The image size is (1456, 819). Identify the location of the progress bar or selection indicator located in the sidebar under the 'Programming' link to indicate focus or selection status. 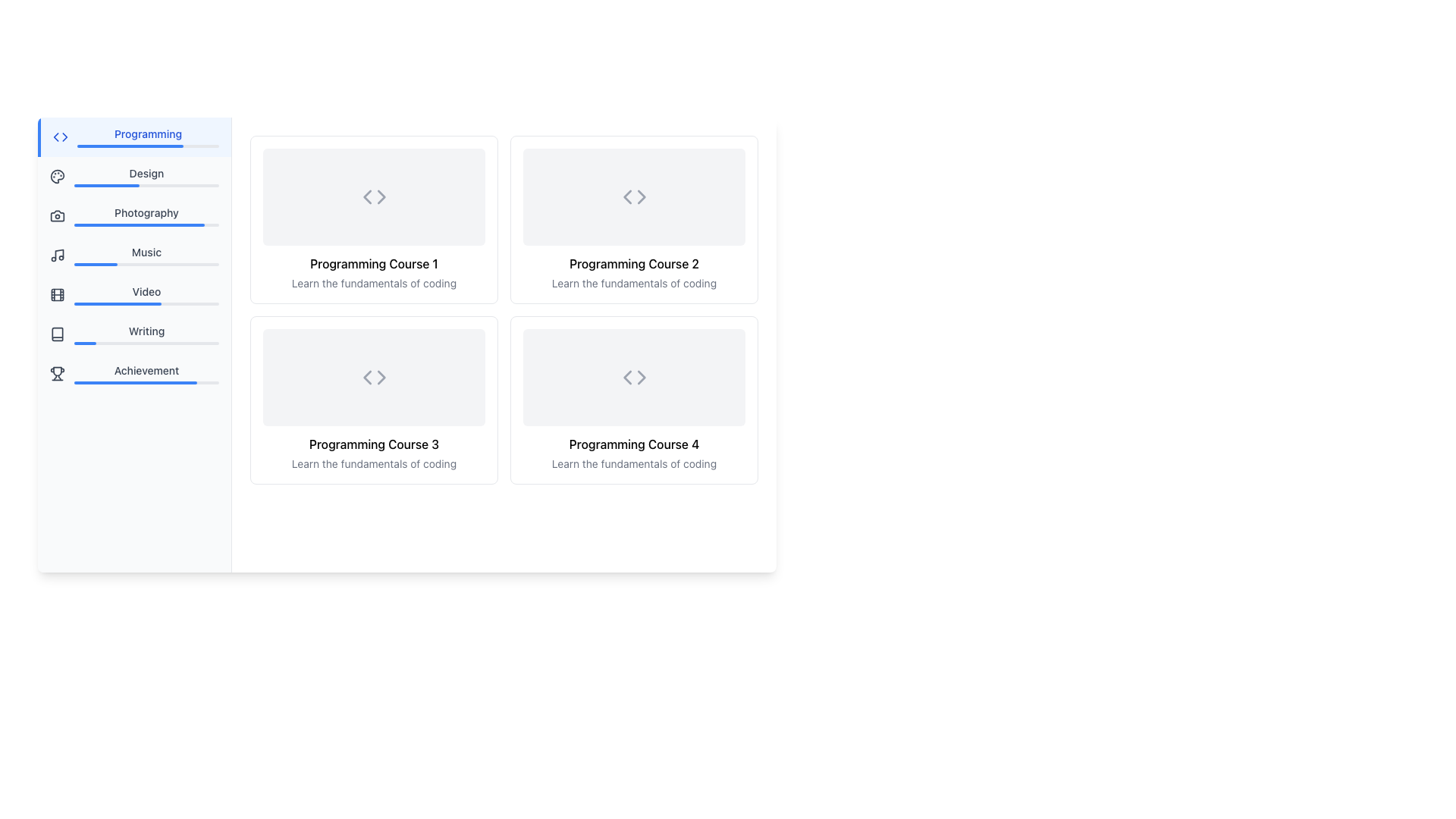
(130, 146).